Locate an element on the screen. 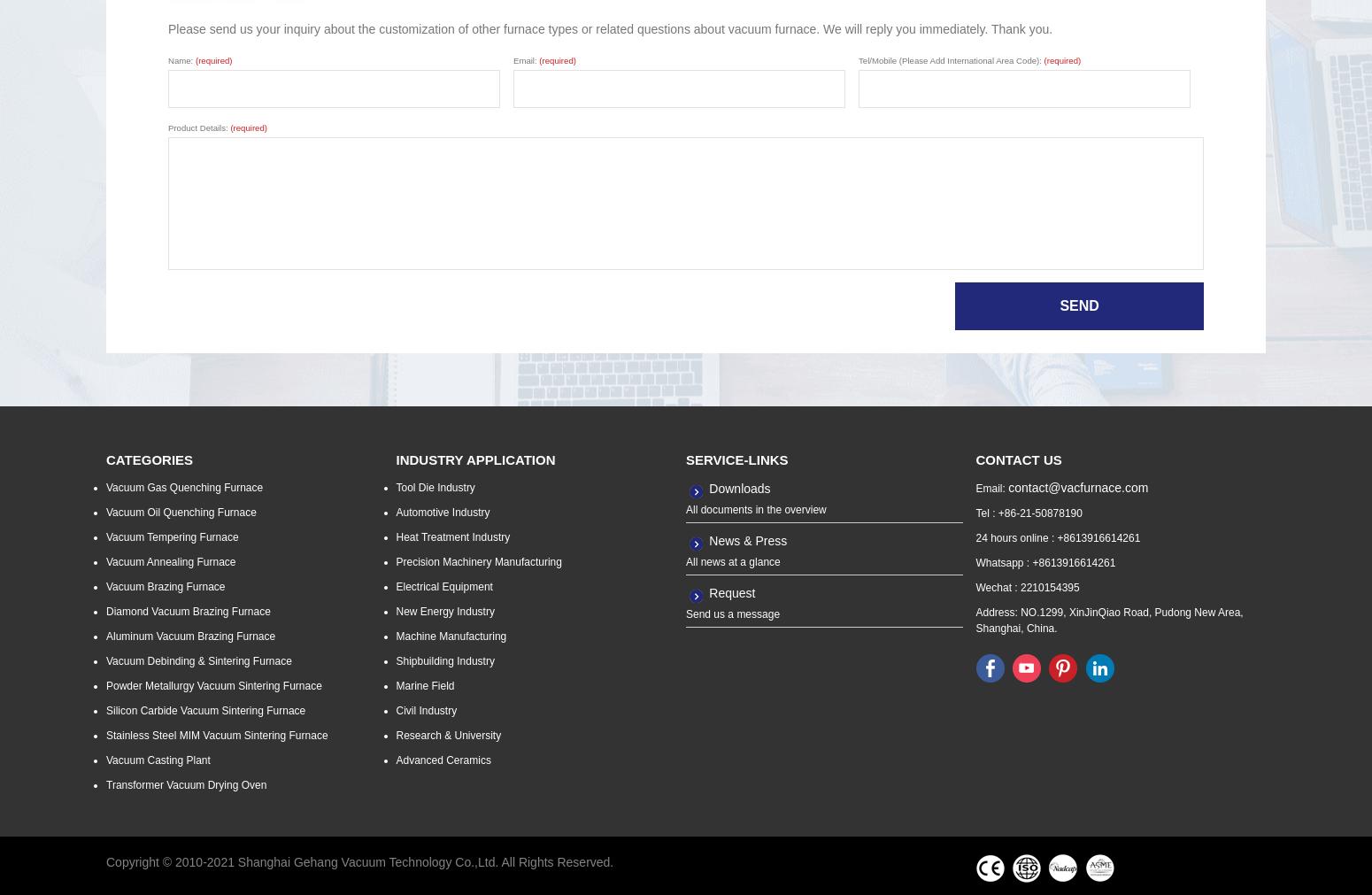 The height and width of the screenshot is (895, 1372). 'Stainless Steel MIM Vacuum Sintering Furnace' is located at coordinates (217, 734).